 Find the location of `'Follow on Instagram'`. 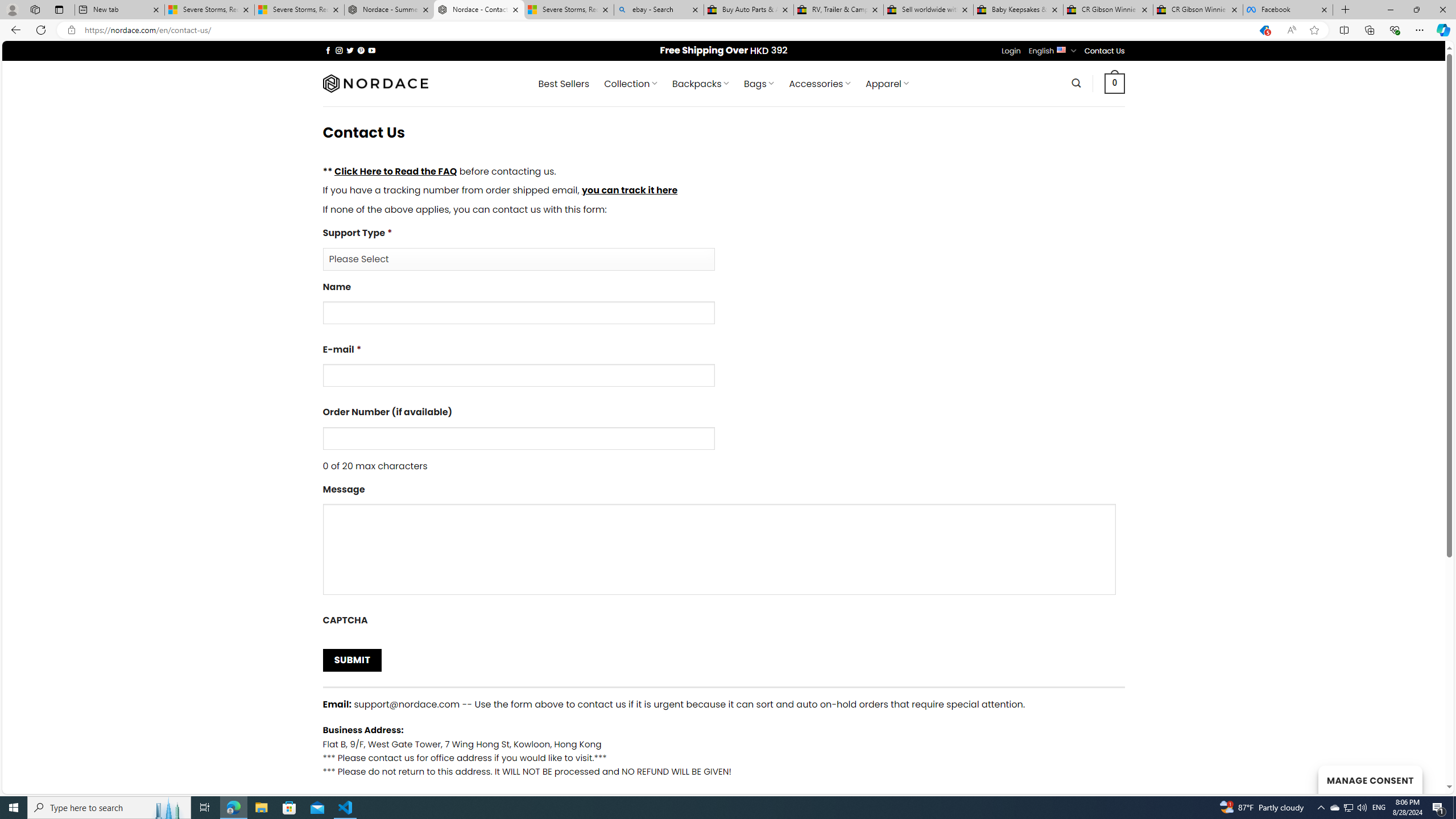

'Follow on Instagram' is located at coordinates (338, 50).